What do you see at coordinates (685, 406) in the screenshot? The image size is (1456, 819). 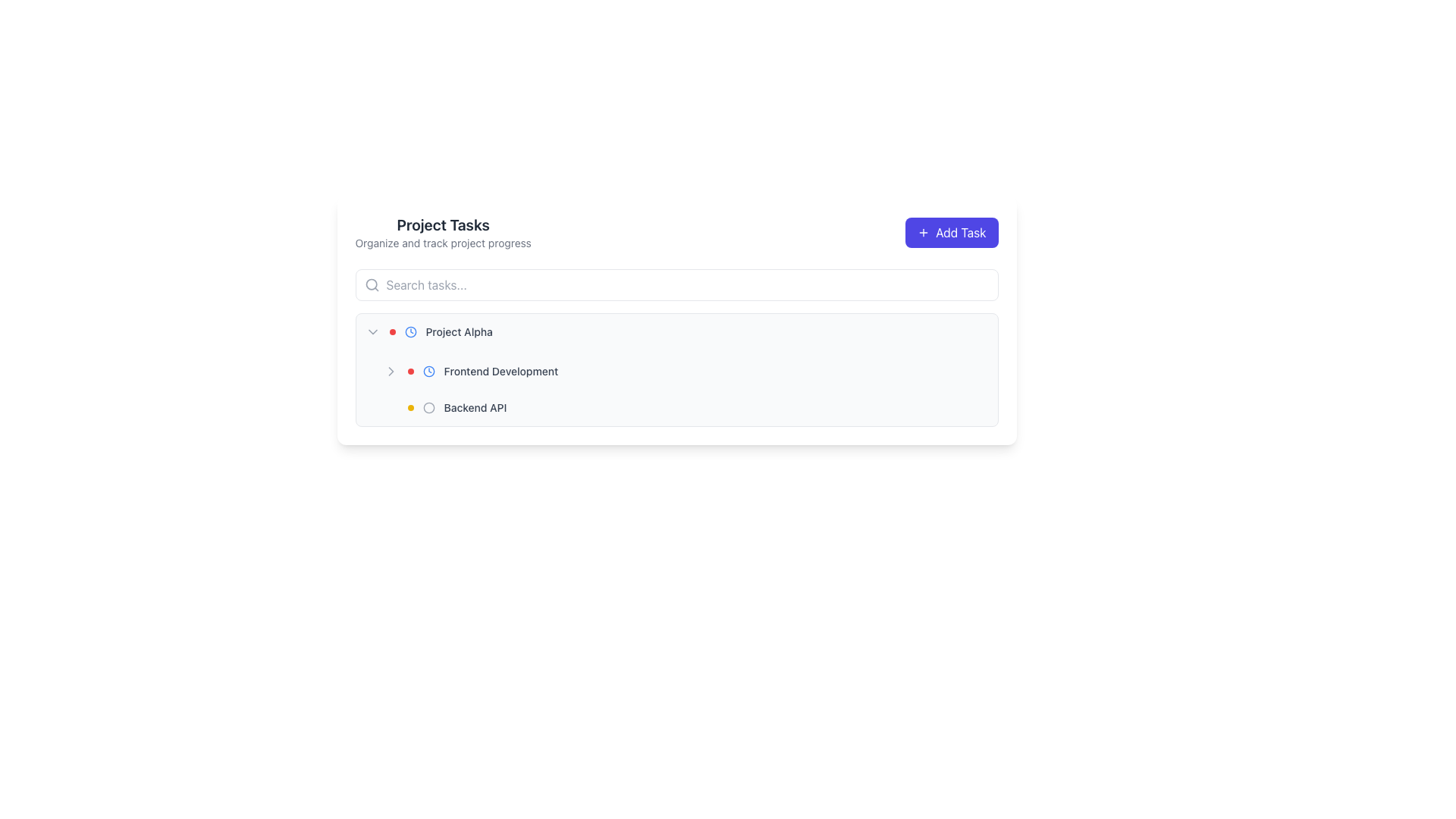 I see `the 'Backend API' task list item, which is the third item` at bounding box center [685, 406].